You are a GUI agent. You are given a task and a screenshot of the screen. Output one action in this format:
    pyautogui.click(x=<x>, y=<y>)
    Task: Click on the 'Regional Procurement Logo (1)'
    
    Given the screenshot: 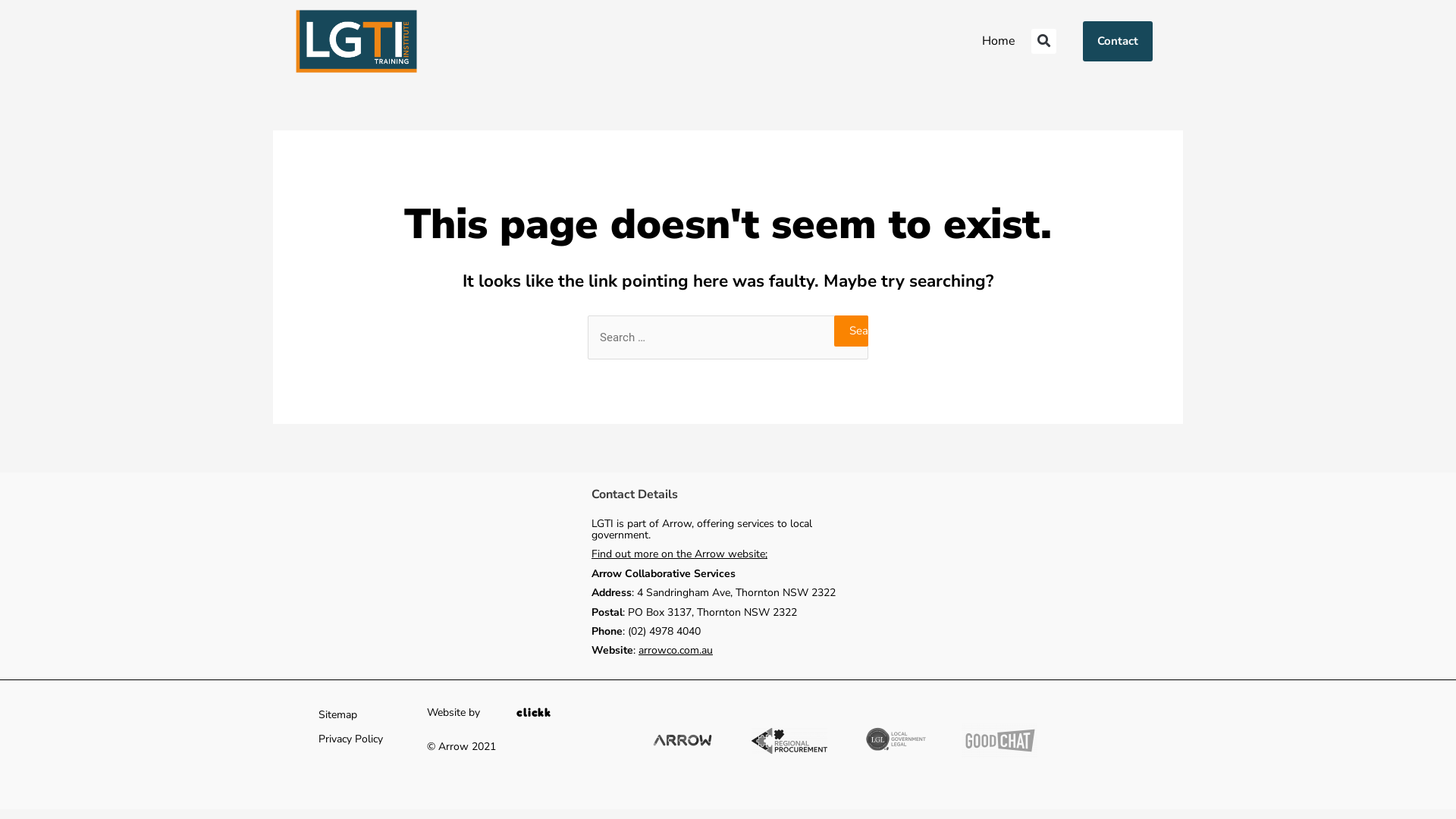 What is the action you would take?
    pyautogui.click(x=789, y=739)
    